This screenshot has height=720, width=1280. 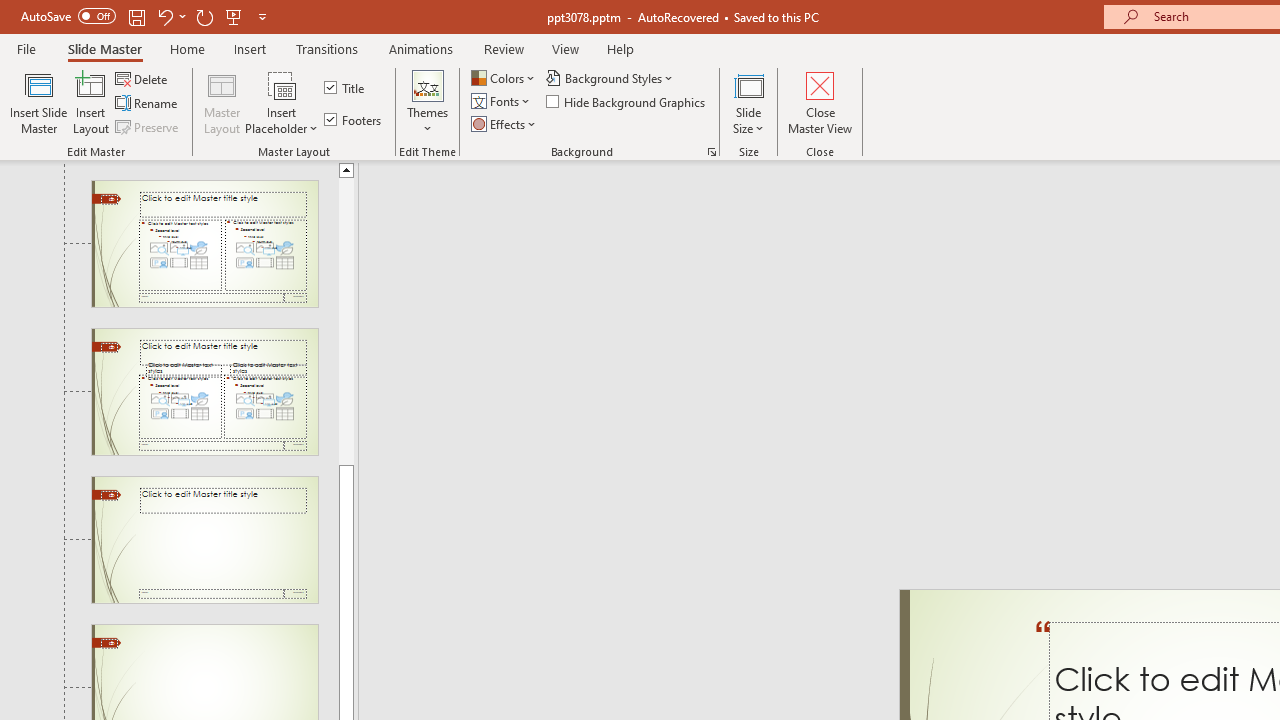 I want to click on 'Title', so click(x=346, y=86).